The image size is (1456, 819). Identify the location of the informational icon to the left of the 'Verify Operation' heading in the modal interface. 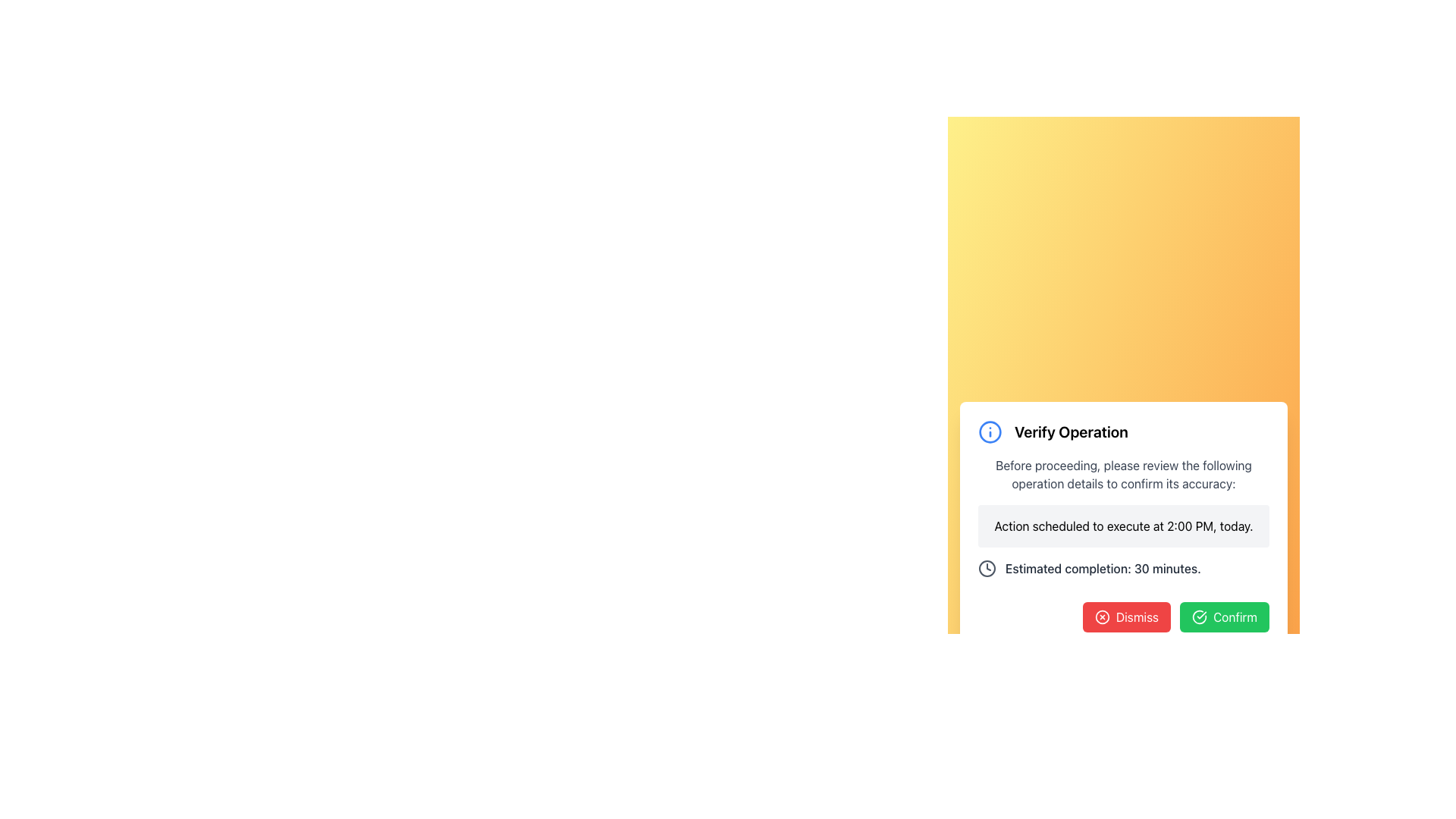
(990, 432).